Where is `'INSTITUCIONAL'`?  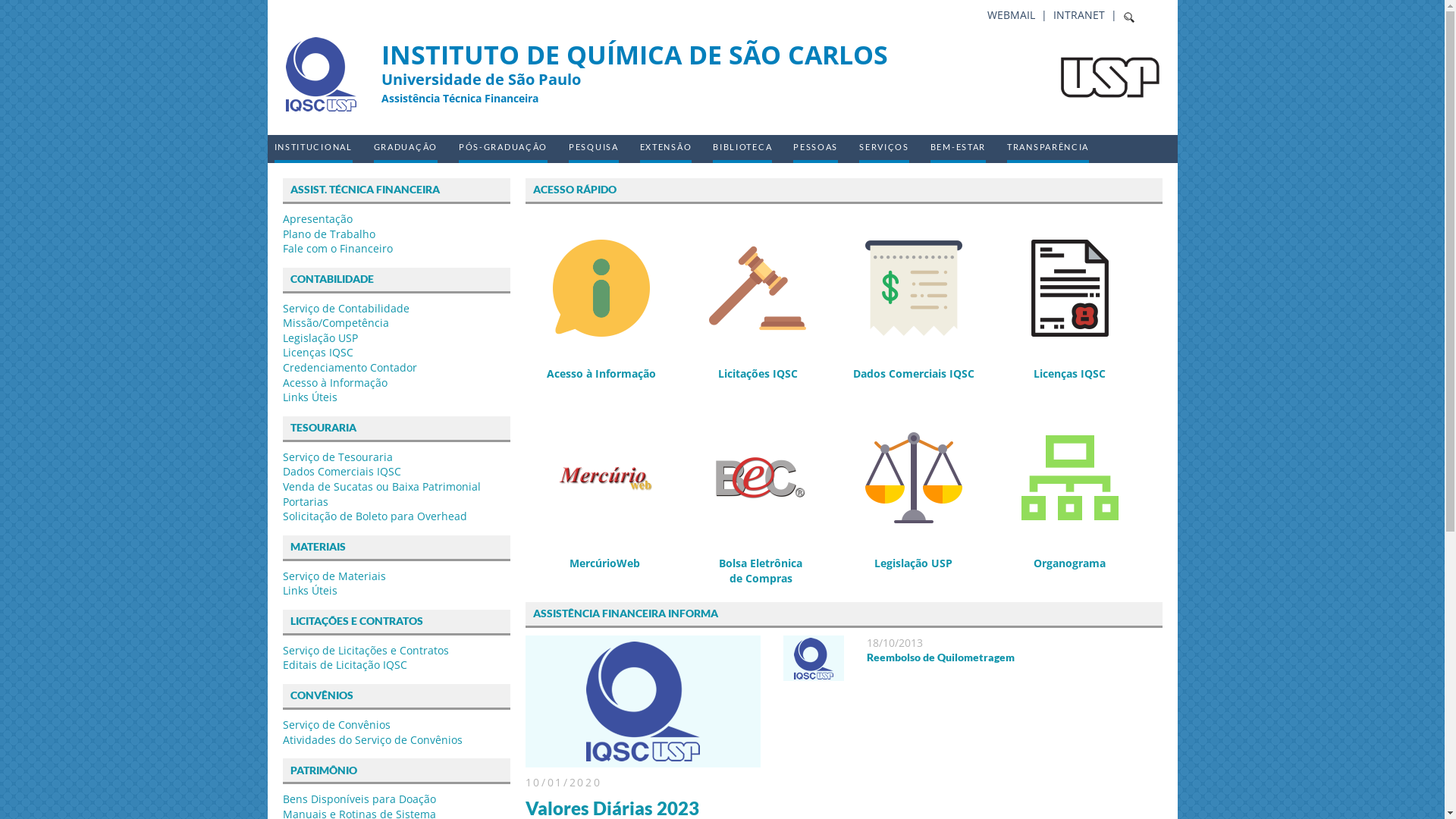 'INSTITUCIONAL' is located at coordinates (312, 149).